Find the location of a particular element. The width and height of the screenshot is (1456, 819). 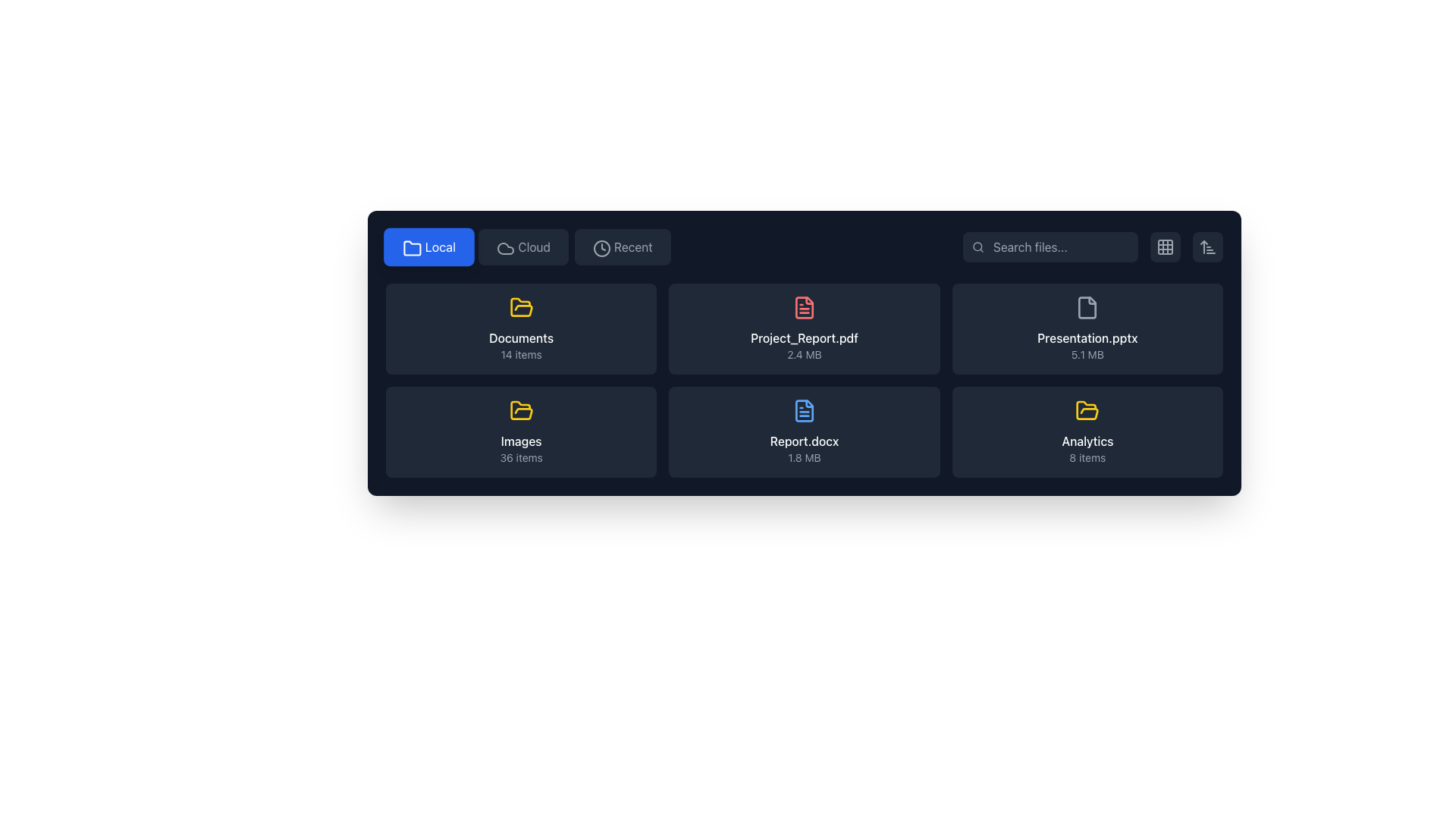

the text label identifying the file name of the presentation located at the top of the rightmost file card in the grid layout is located at coordinates (1087, 337).